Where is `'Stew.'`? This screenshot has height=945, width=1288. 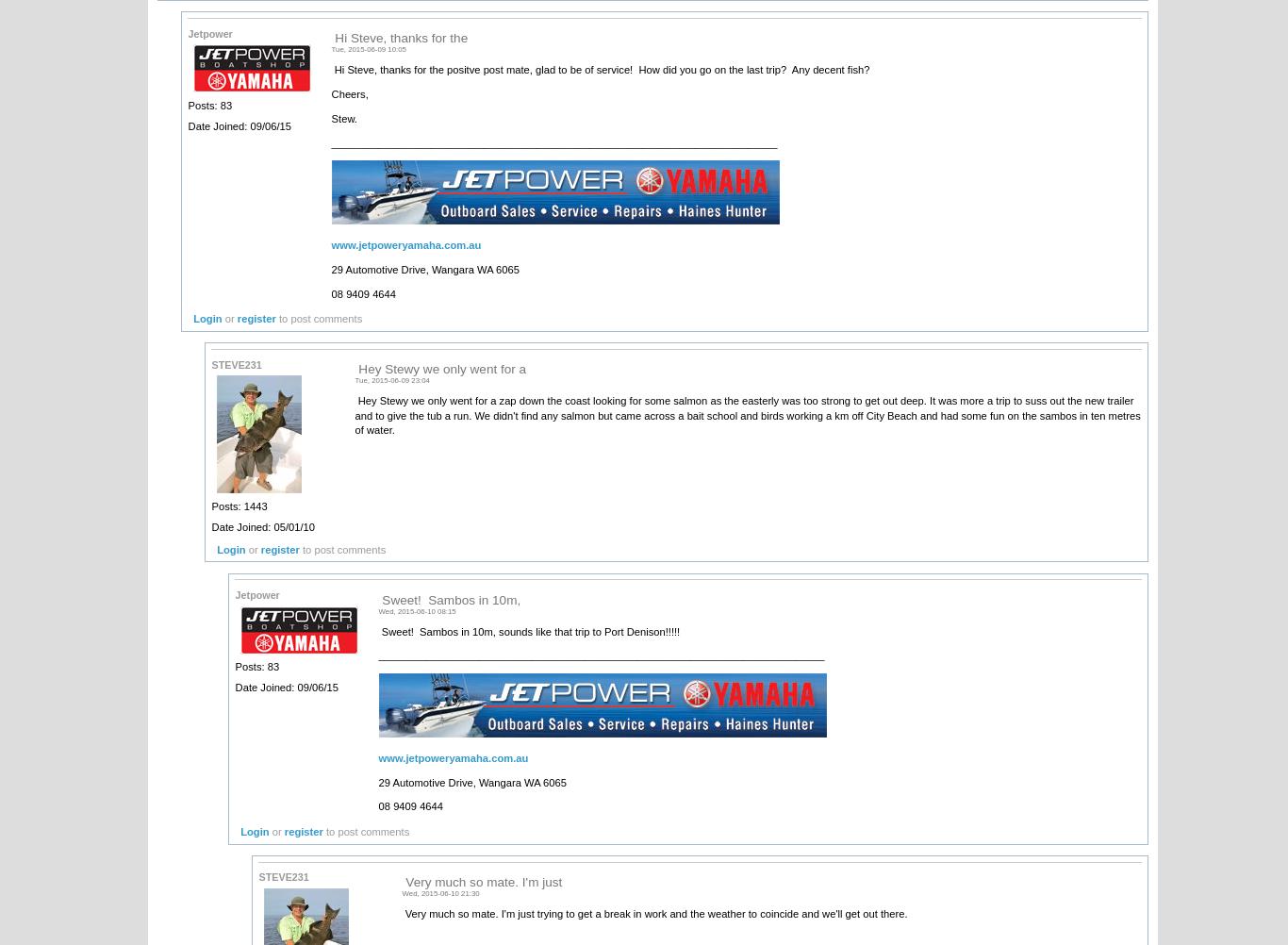 'Stew.' is located at coordinates (342, 117).